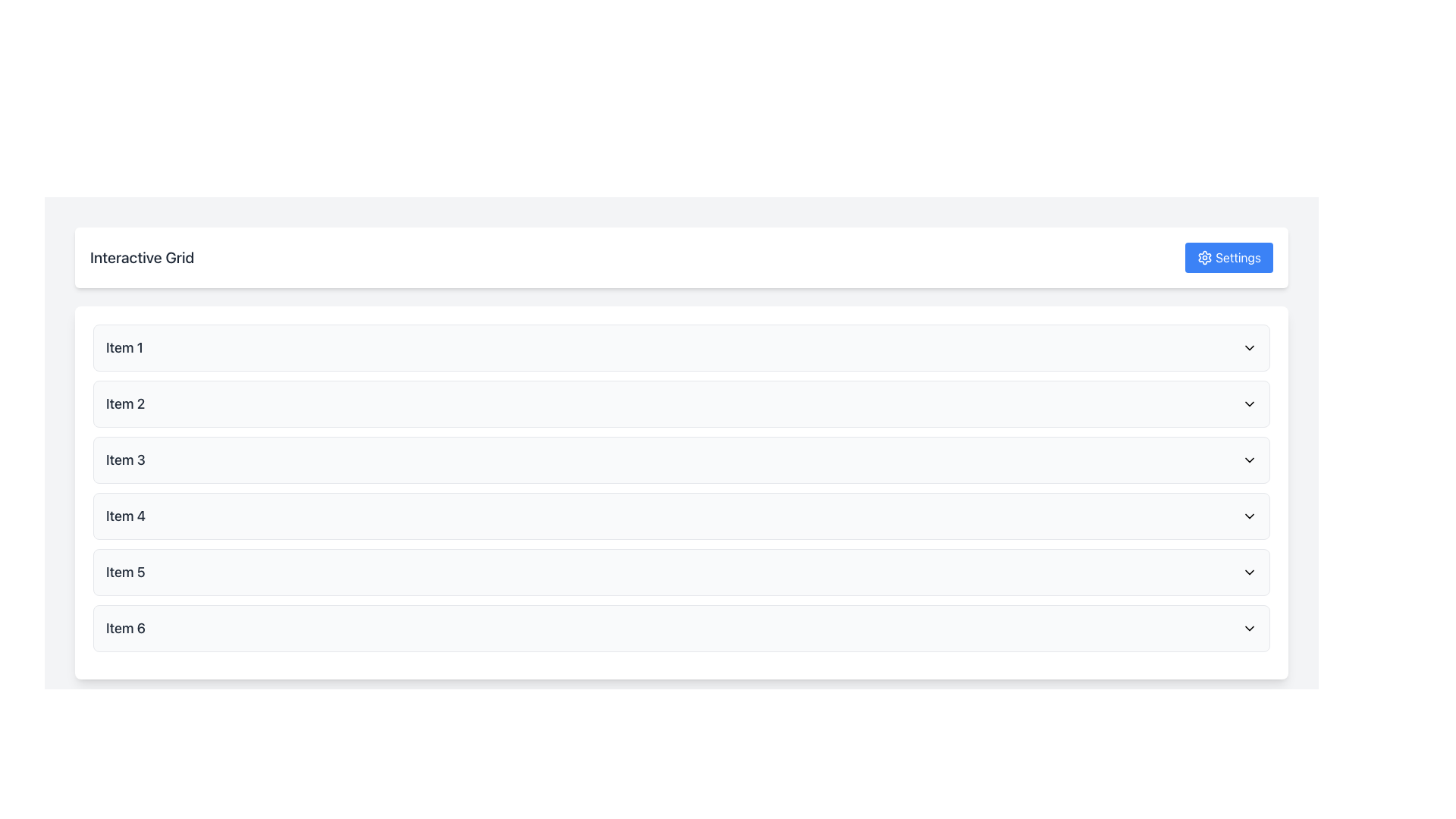 The image size is (1456, 819). What do you see at coordinates (125, 573) in the screenshot?
I see `the 'Item 5' text label located` at bounding box center [125, 573].